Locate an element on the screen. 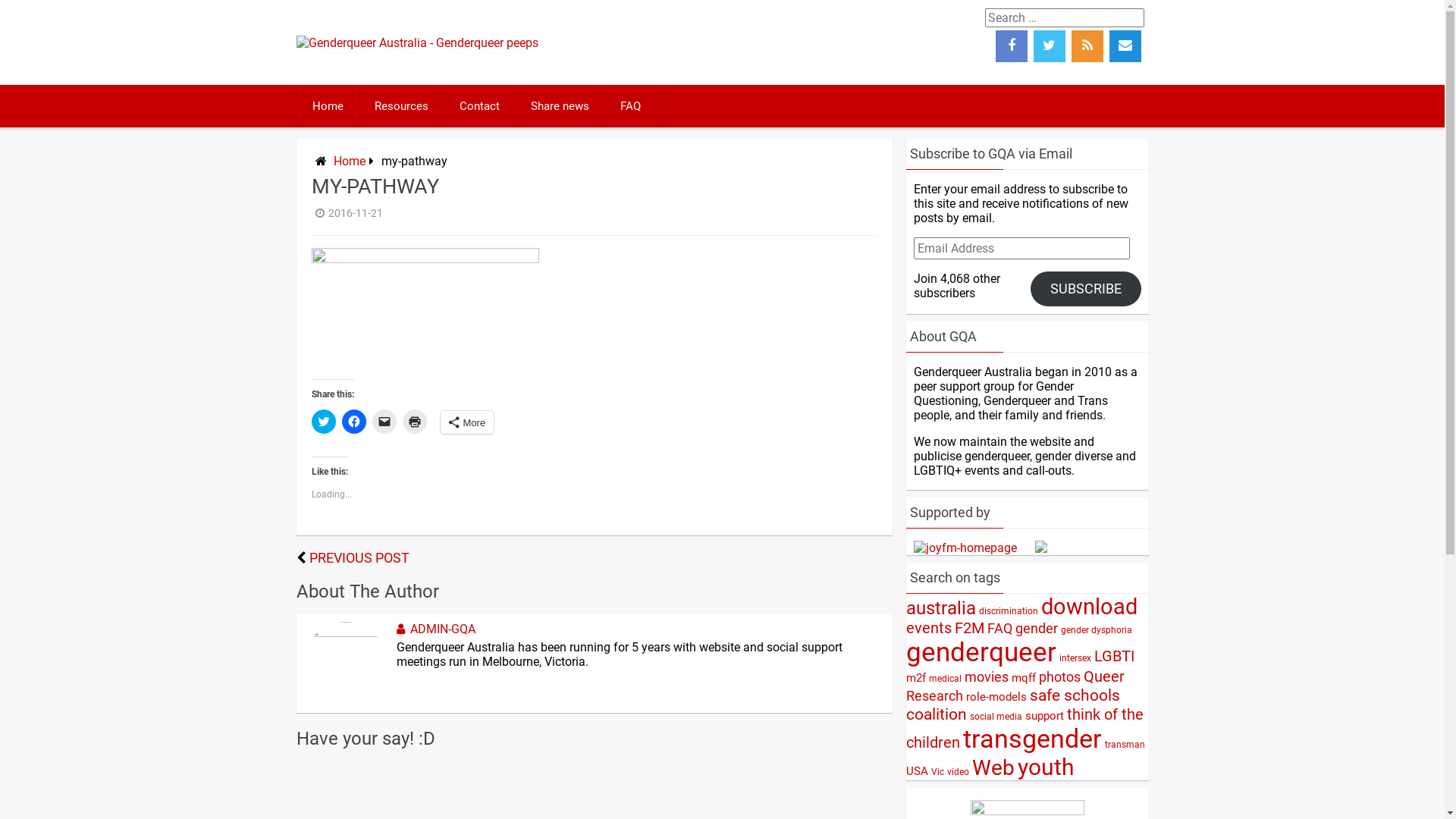  'genderqueer' is located at coordinates (905, 651).